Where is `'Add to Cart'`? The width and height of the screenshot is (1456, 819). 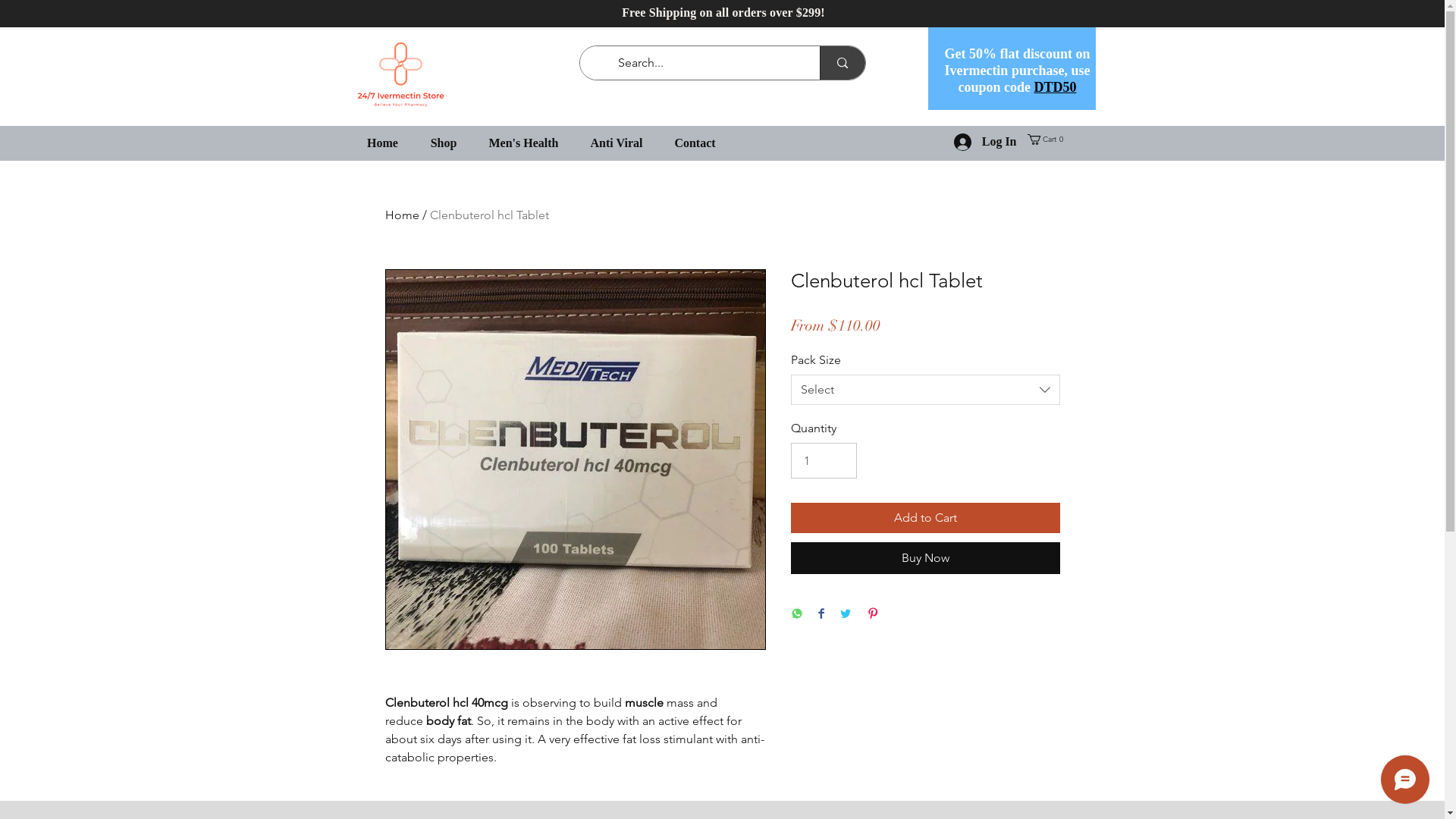 'Add to Cart' is located at coordinates (924, 516).